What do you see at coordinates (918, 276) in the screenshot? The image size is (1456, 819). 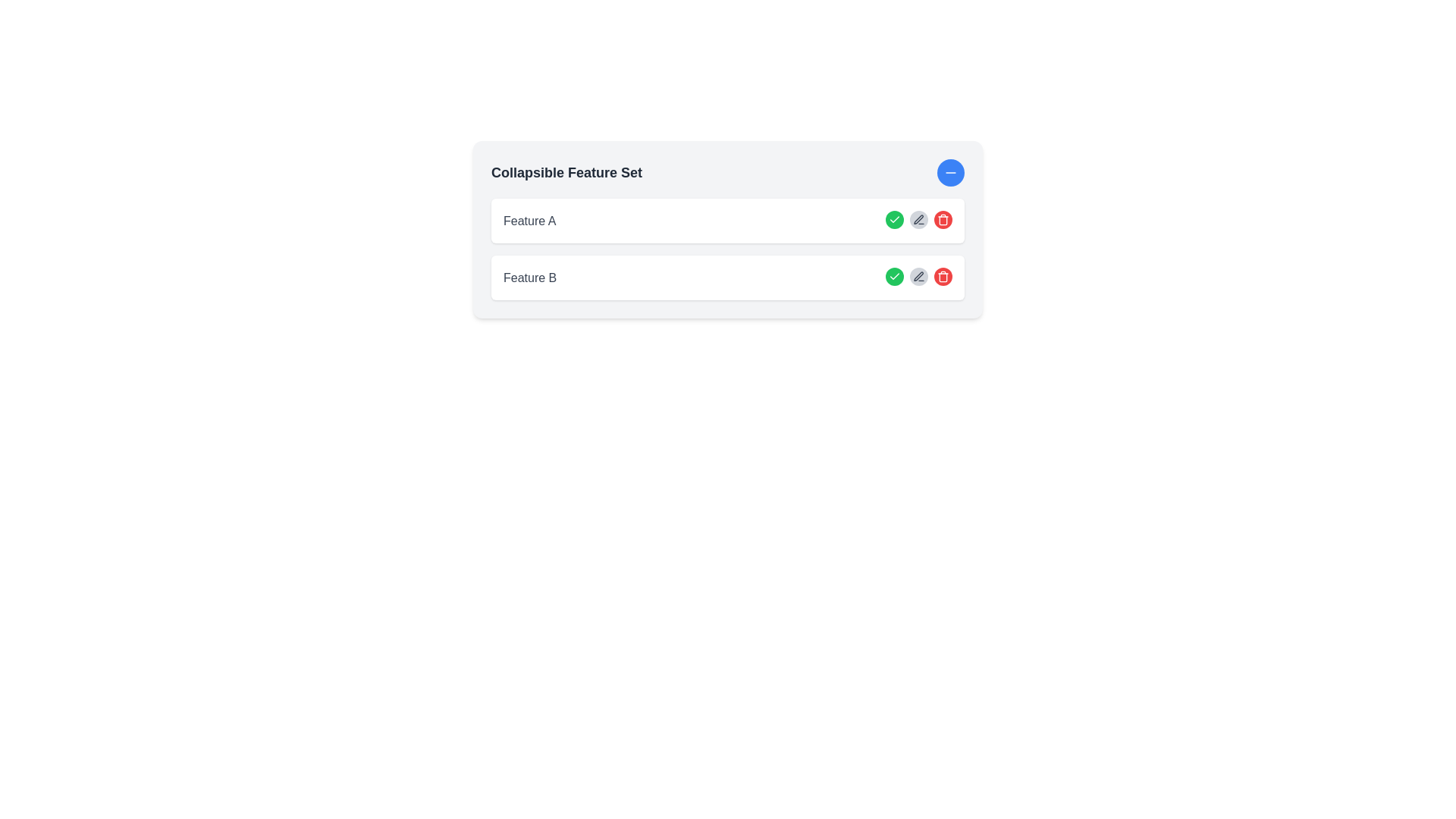 I see `the gray pen icon button located in the second row of actions for Feature B on the left side among the action icons` at bounding box center [918, 276].